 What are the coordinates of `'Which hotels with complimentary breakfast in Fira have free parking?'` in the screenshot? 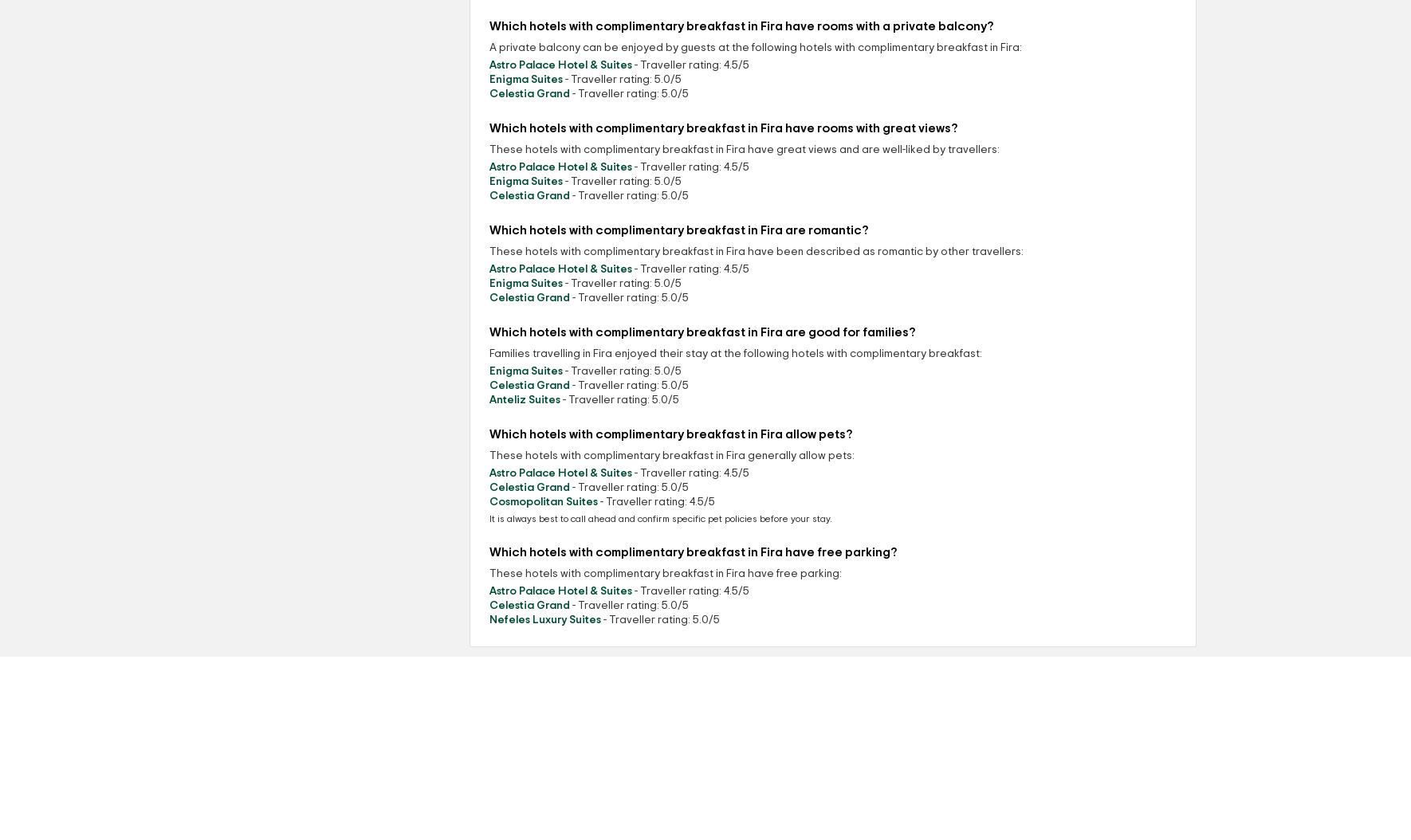 It's located at (489, 551).